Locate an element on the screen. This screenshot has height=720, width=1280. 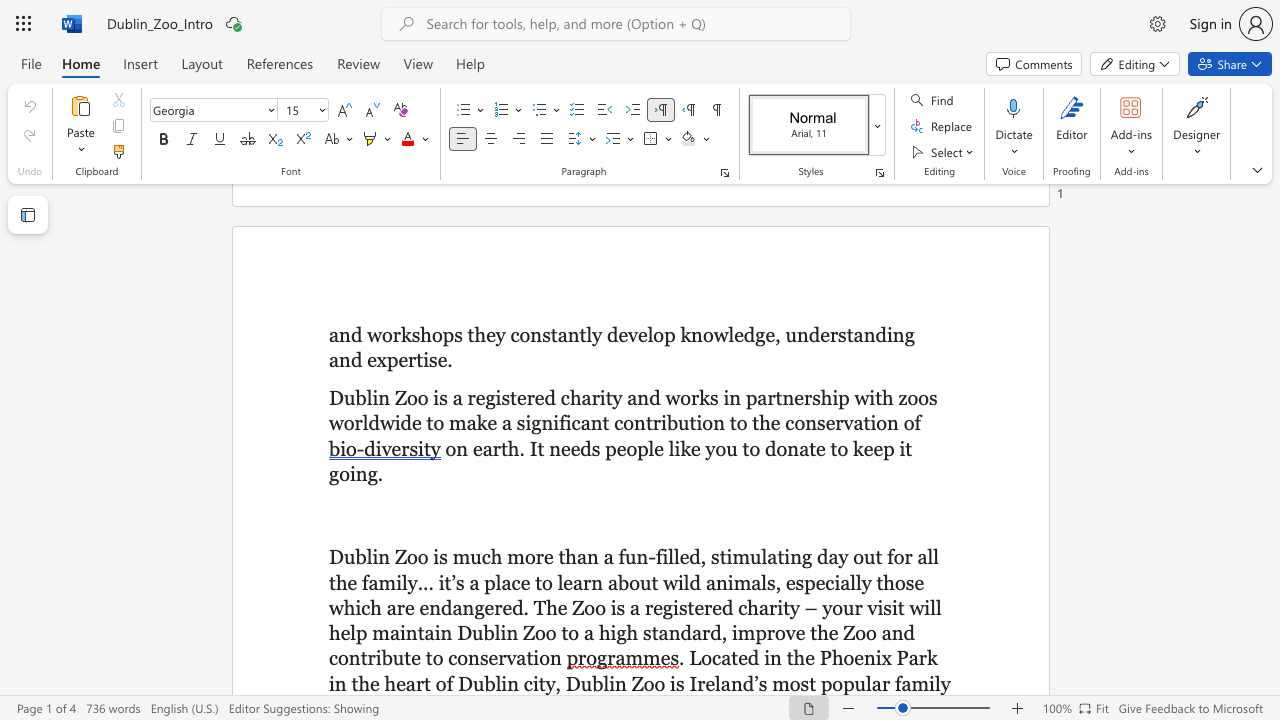
the subset text "am" within the text ". Located in the Phoenix Park in the heart of Dublin city, Dublin Zoo is Ireland’s most popular family" is located at coordinates (900, 682).